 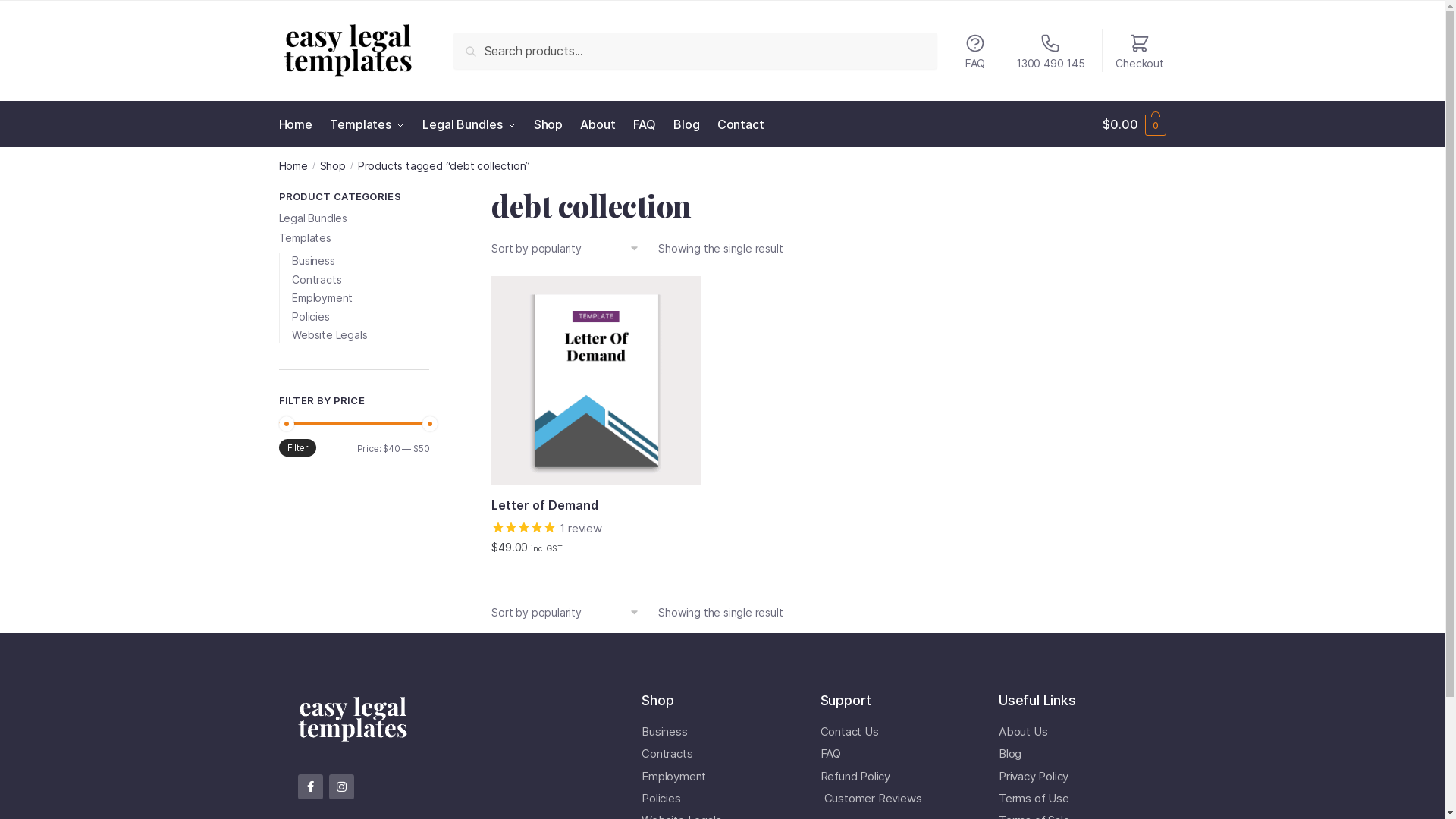 What do you see at coordinates (293, 165) in the screenshot?
I see `'Home'` at bounding box center [293, 165].